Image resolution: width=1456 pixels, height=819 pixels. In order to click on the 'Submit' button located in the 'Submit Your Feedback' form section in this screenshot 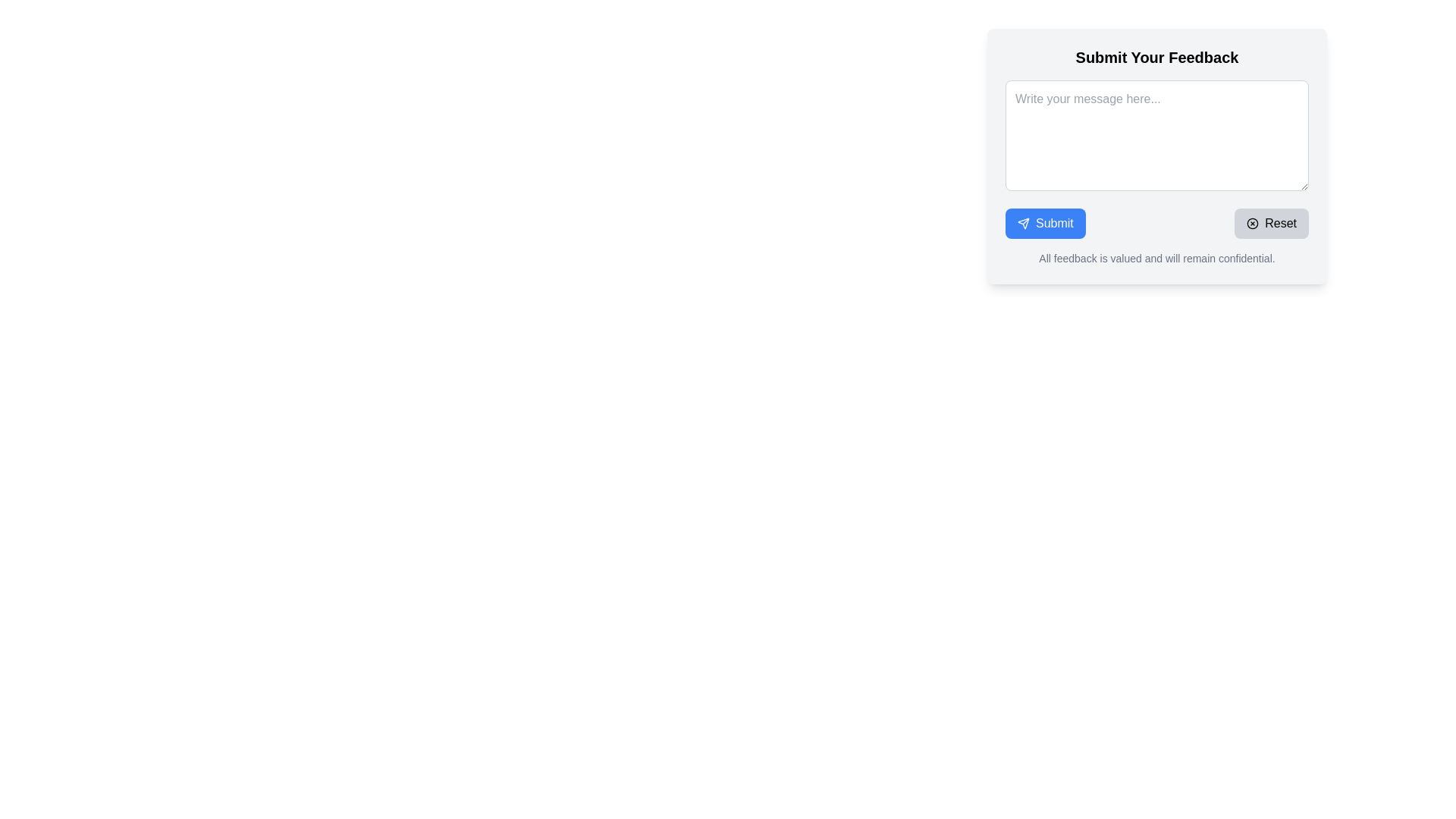, I will do `click(1044, 223)`.